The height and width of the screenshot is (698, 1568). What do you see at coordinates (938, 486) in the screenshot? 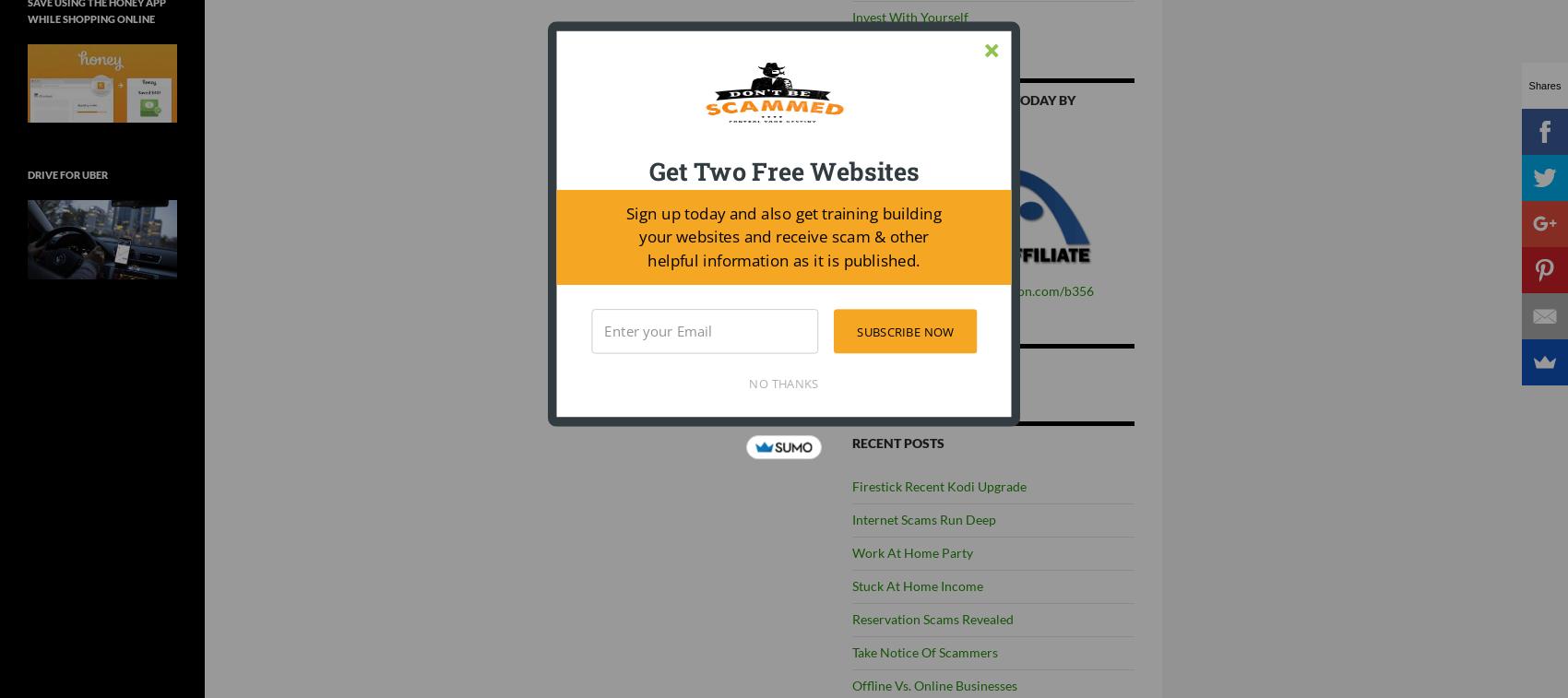
I see `'Firestick Recent Kodi Upgrade'` at bounding box center [938, 486].